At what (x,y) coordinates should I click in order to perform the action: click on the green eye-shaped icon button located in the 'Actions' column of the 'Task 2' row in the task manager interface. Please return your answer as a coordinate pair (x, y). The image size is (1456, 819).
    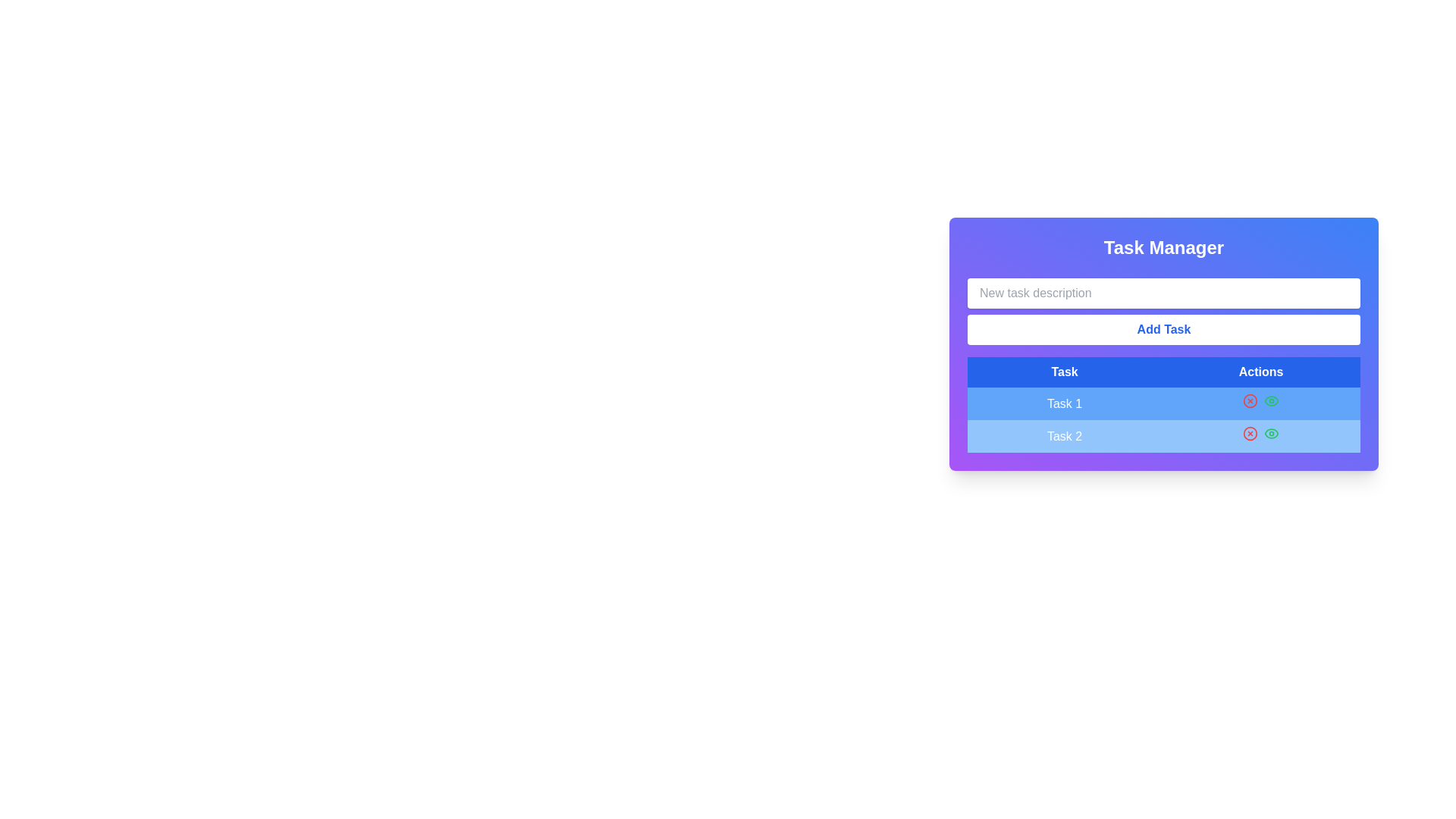
    Looking at the image, I should click on (1272, 433).